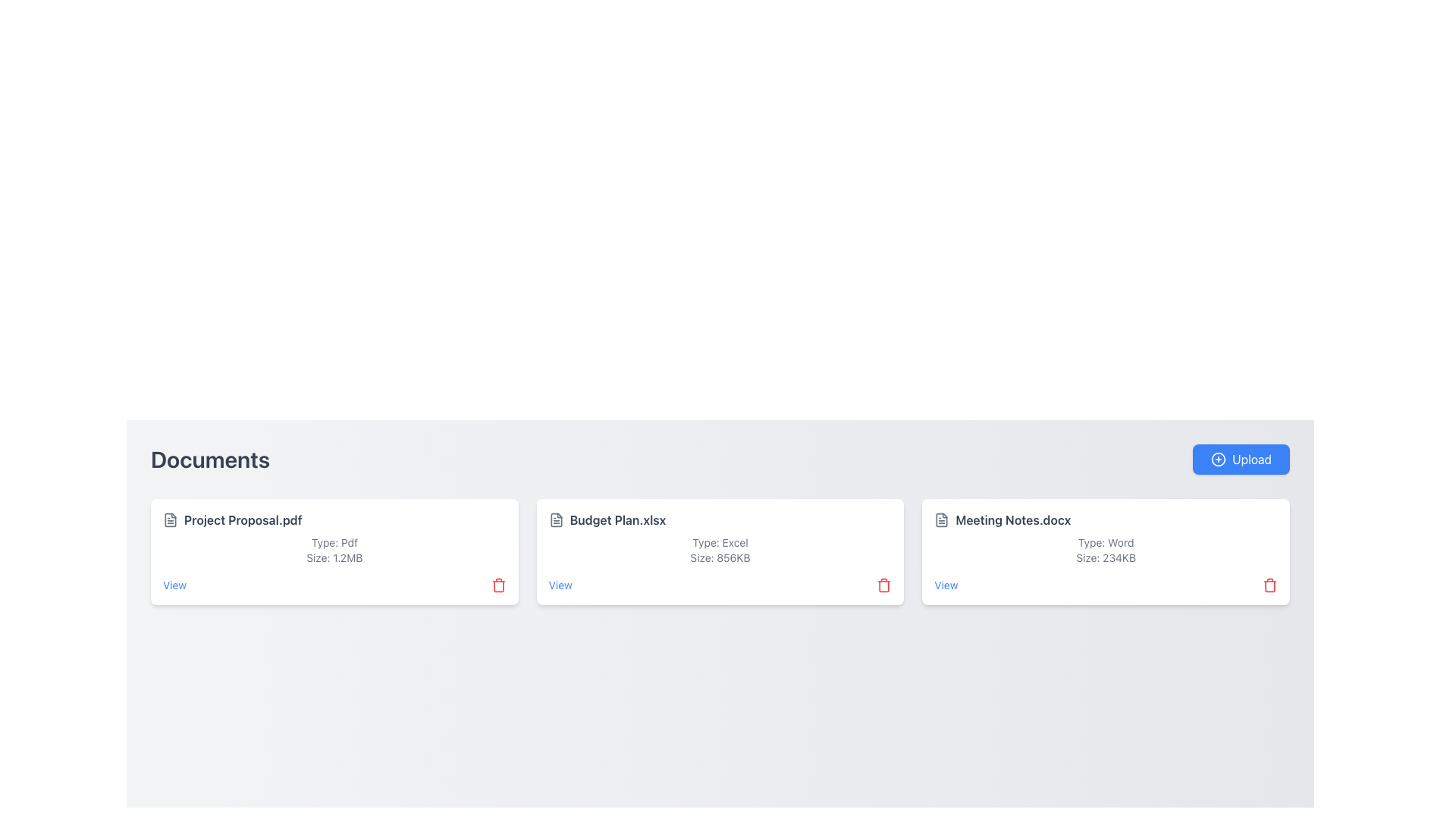 This screenshot has height=819, width=1456. I want to click on the 'View' link in blue text located at the bottom-left corner of the file card for 'Project Proposal.pdf', so click(174, 584).